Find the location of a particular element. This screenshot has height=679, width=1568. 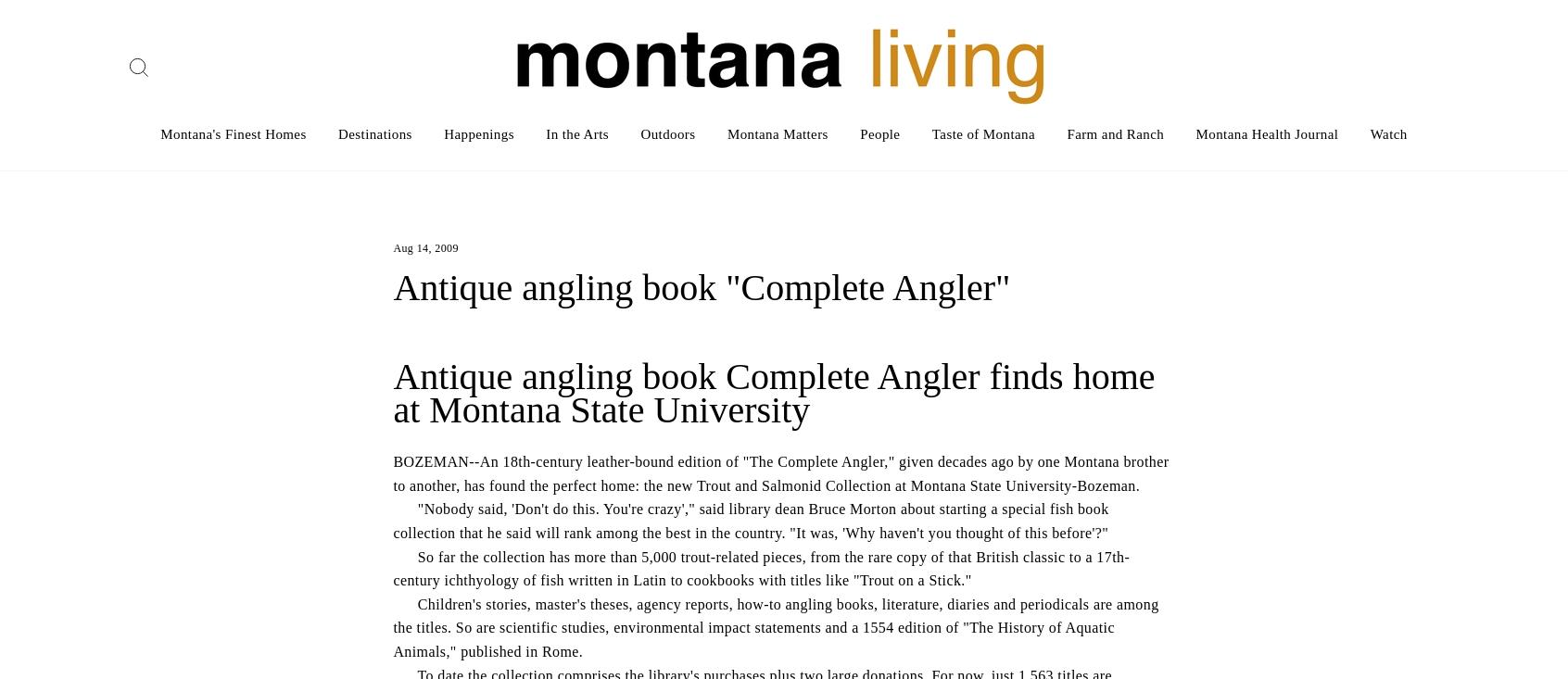

'Taste of Montana' is located at coordinates (983, 133).